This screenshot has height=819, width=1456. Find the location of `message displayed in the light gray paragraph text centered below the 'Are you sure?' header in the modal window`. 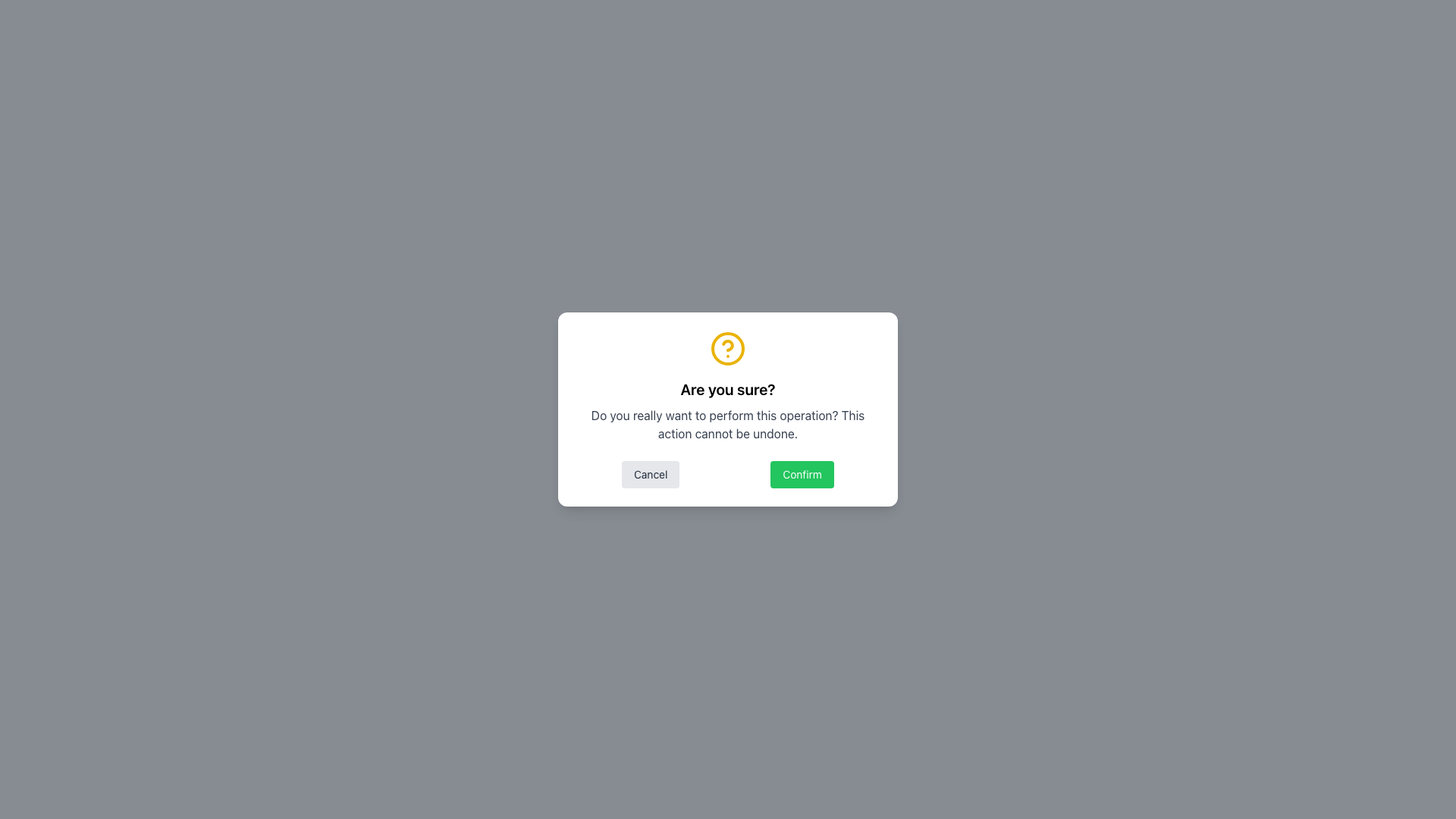

message displayed in the light gray paragraph text centered below the 'Are you sure?' header in the modal window is located at coordinates (728, 424).